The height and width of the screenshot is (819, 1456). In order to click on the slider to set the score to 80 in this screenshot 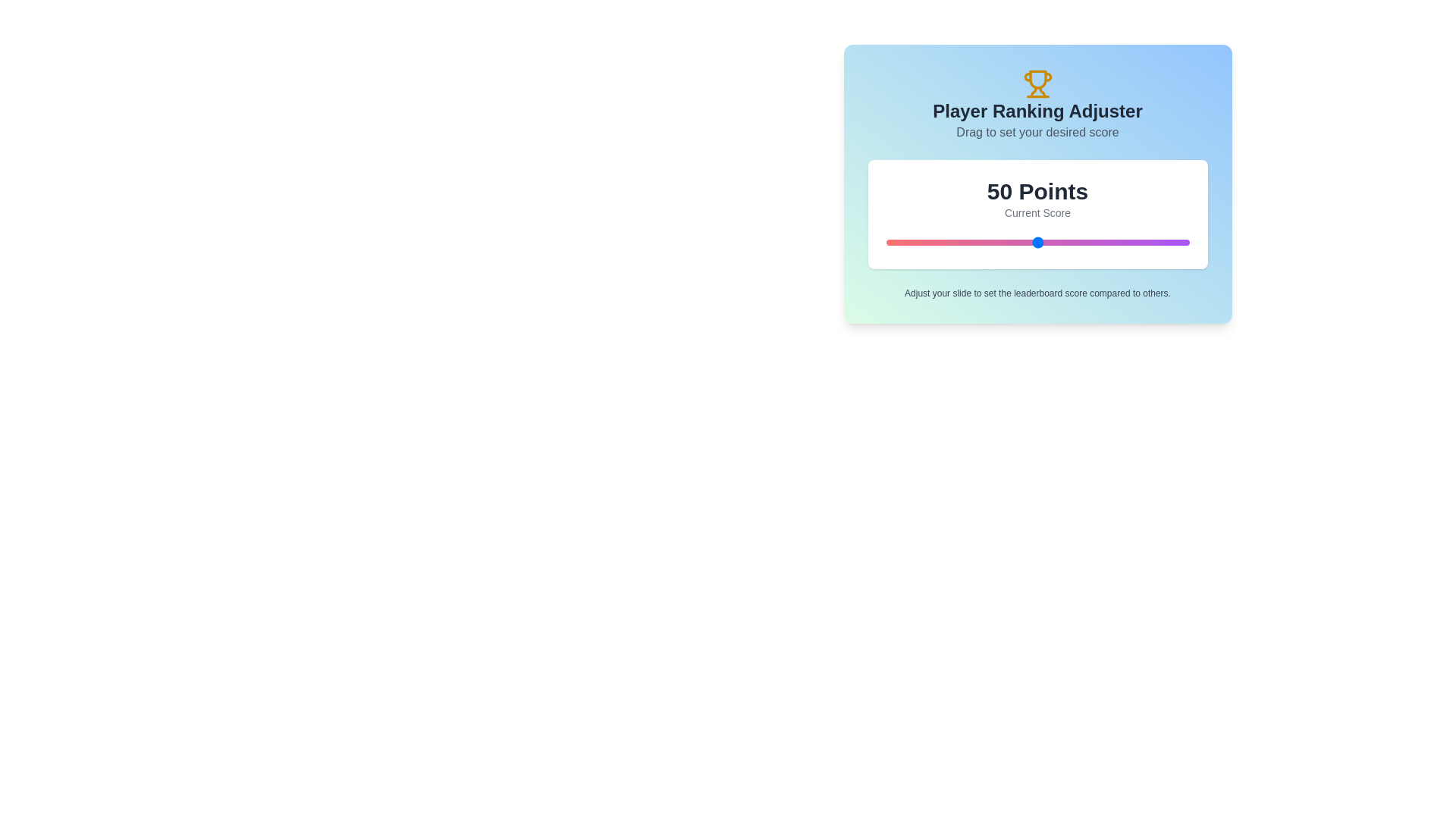, I will do `click(1128, 242)`.